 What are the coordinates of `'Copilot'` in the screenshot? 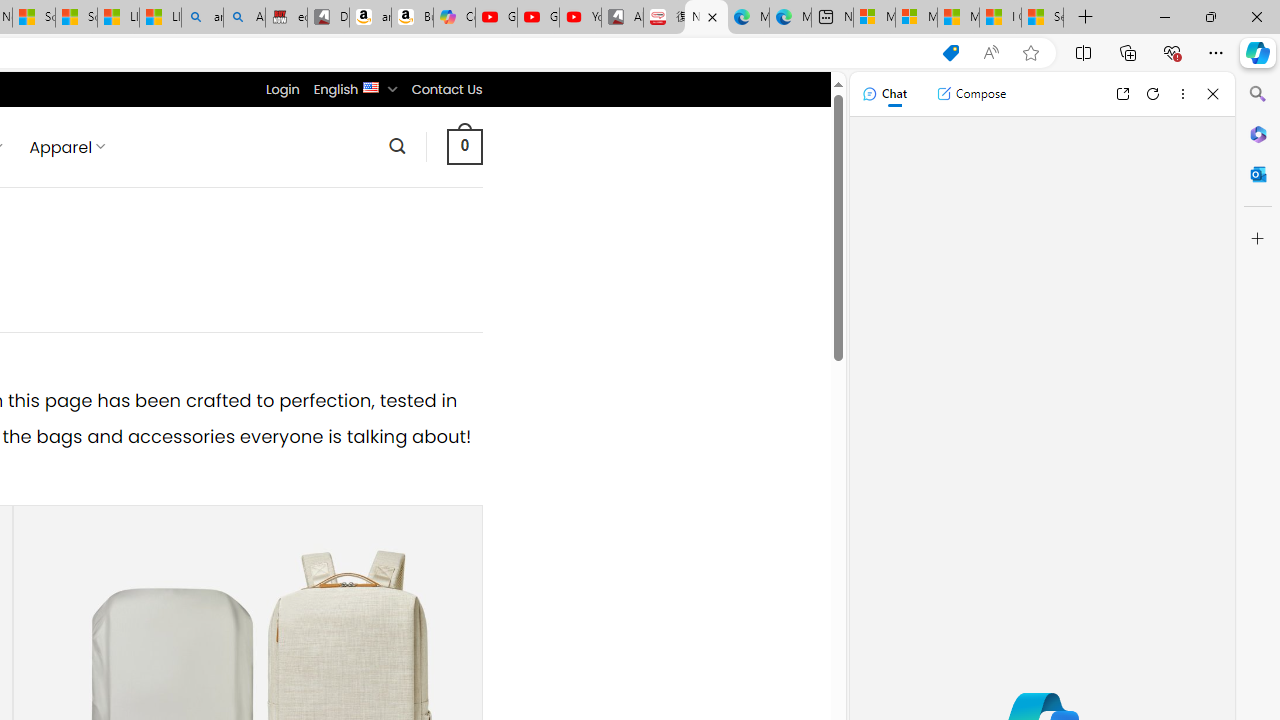 It's located at (453, 17).